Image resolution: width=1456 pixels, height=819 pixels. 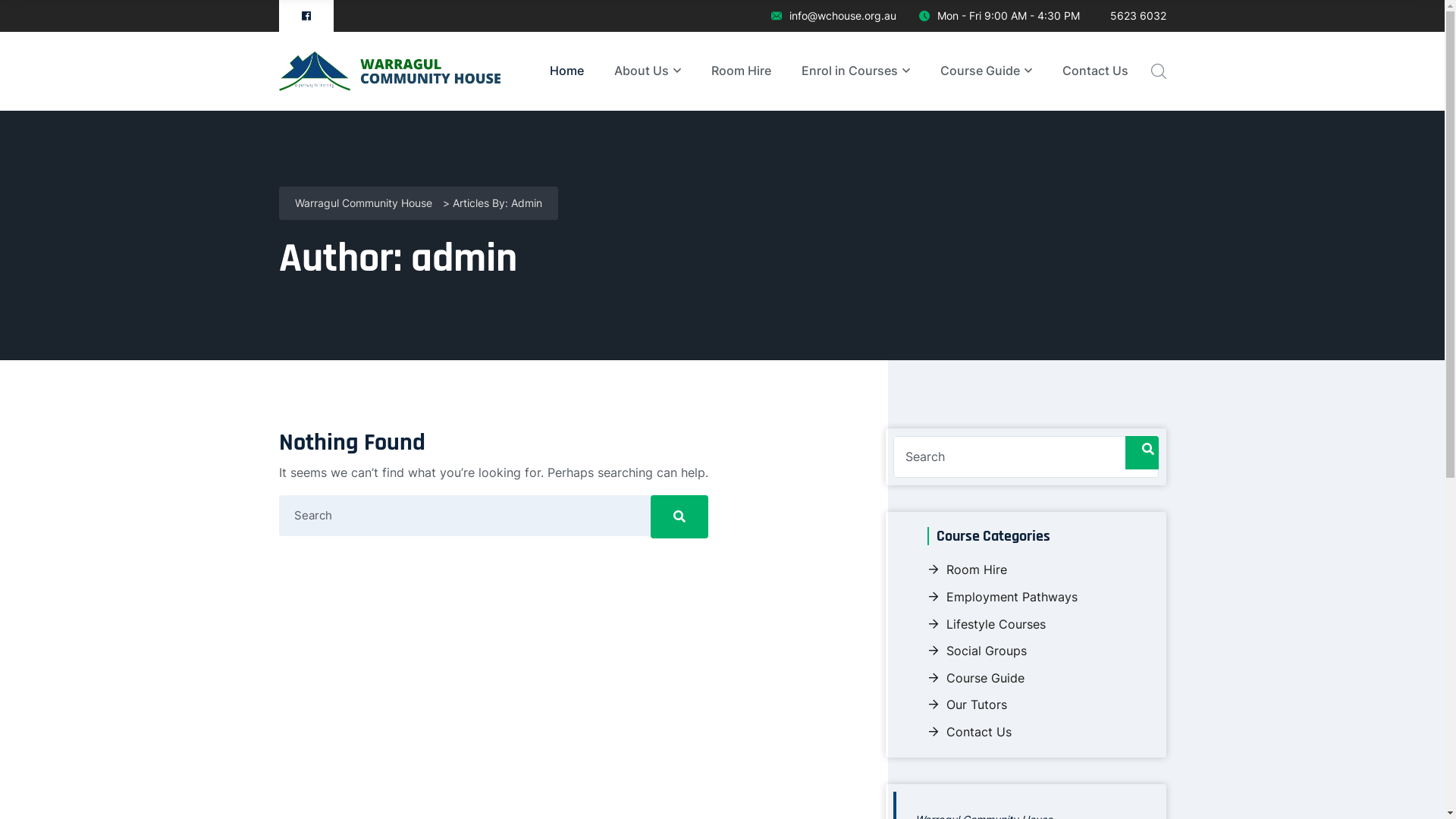 What do you see at coordinates (986, 71) in the screenshot?
I see `'Course Guide'` at bounding box center [986, 71].